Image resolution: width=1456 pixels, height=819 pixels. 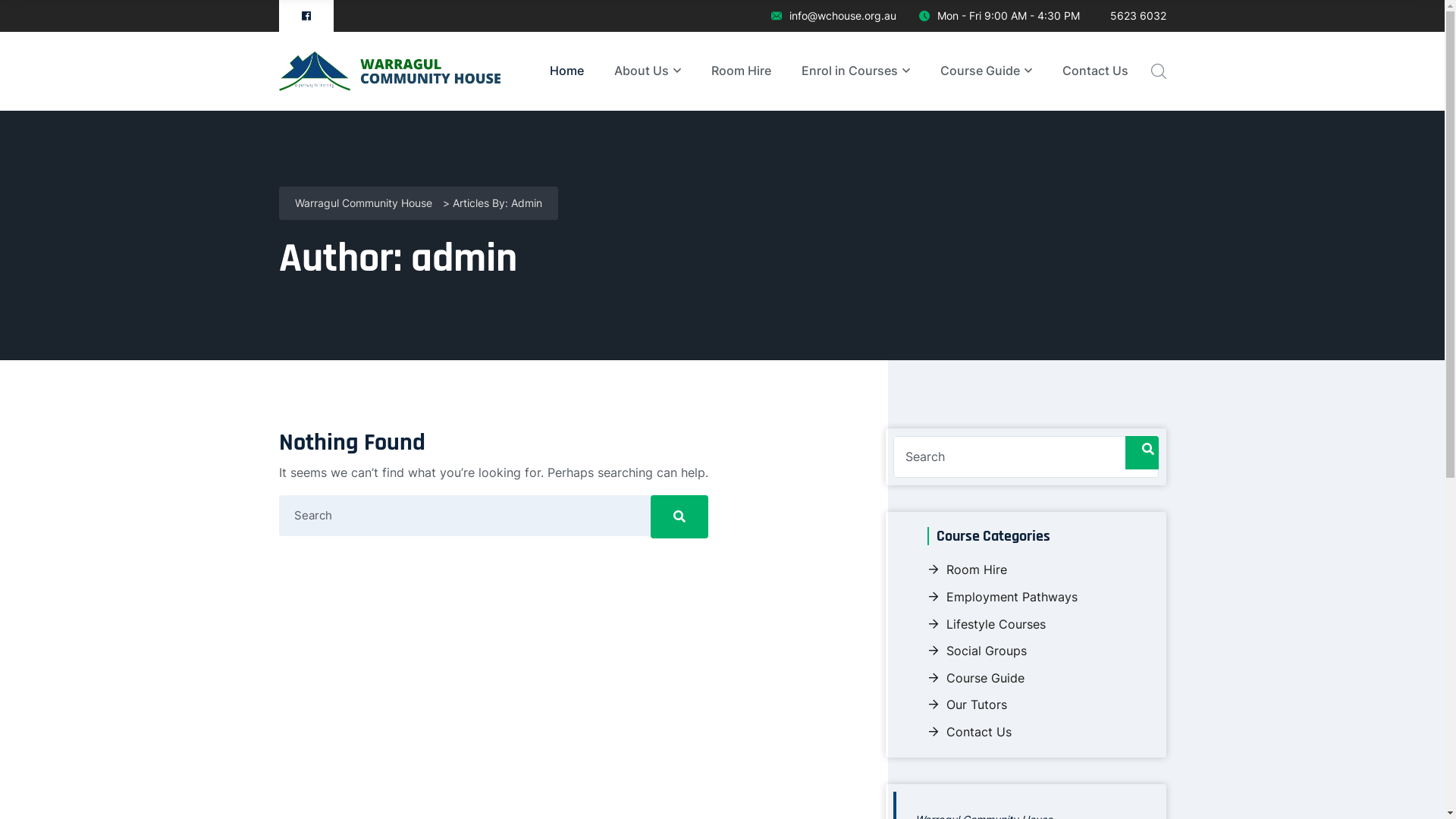 What do you see at coordinates (986, 71) in the screenshot?
I see `'Course Guide'` at bounding box center [986, 71].